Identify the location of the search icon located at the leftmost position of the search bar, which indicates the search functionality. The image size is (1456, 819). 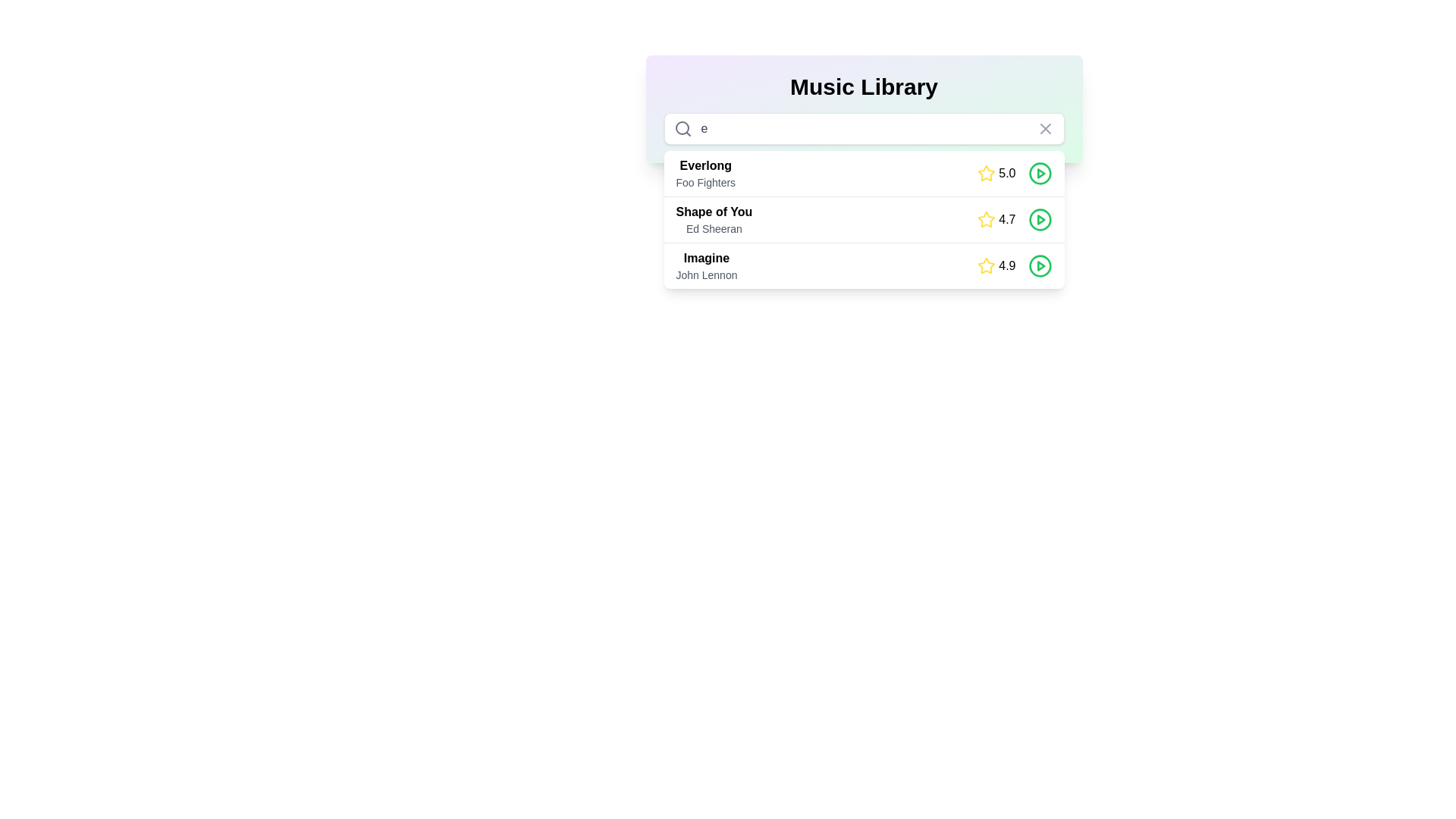
(682, 127).